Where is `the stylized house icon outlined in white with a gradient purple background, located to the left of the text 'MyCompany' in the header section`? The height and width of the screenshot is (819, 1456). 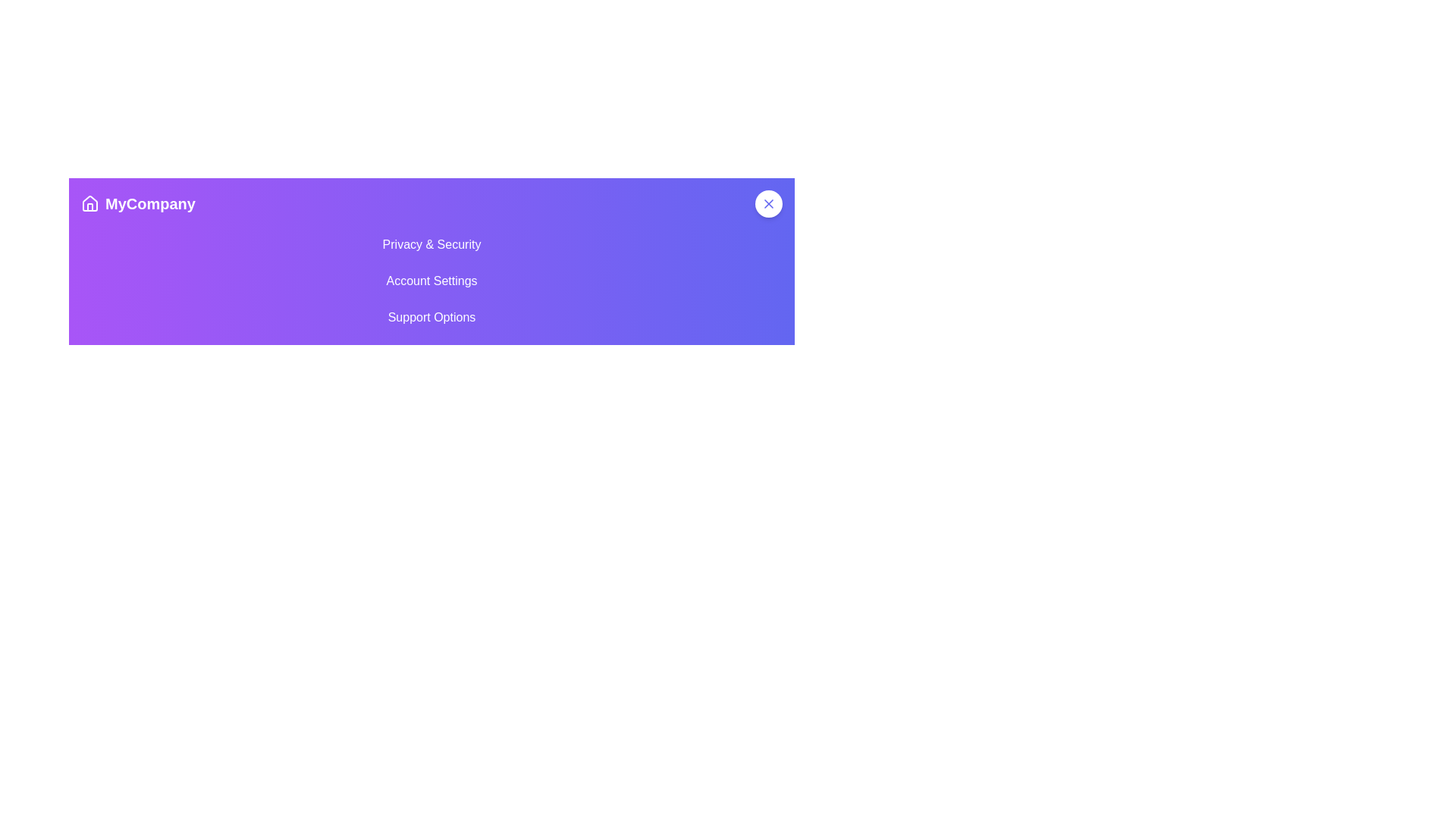
the stylized house icon outlined in white with a gradient purple background, located to the left of the text 'MyCompany' in the header section is located at coordinates (89, 203).